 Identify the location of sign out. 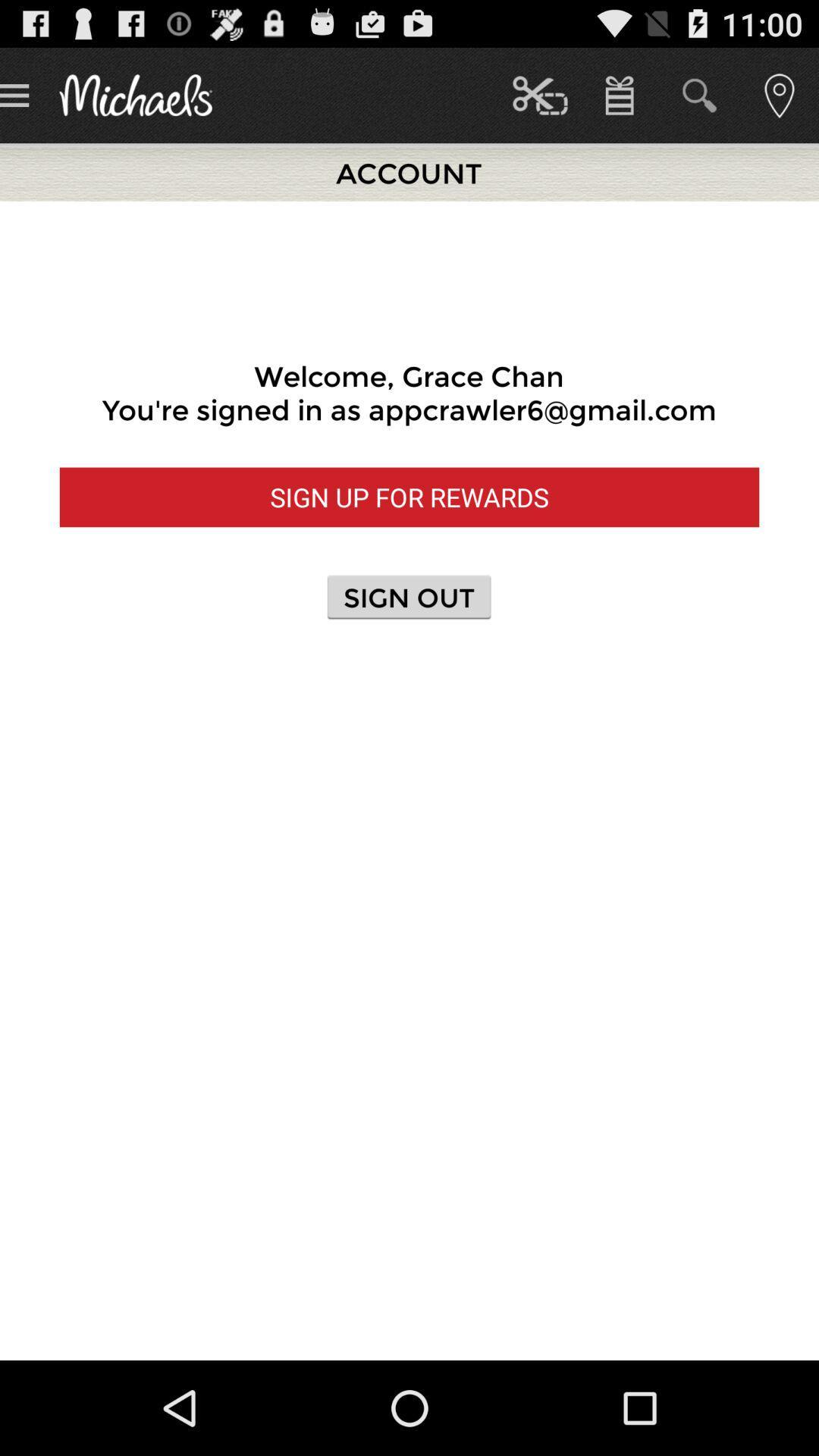
(409, 596).